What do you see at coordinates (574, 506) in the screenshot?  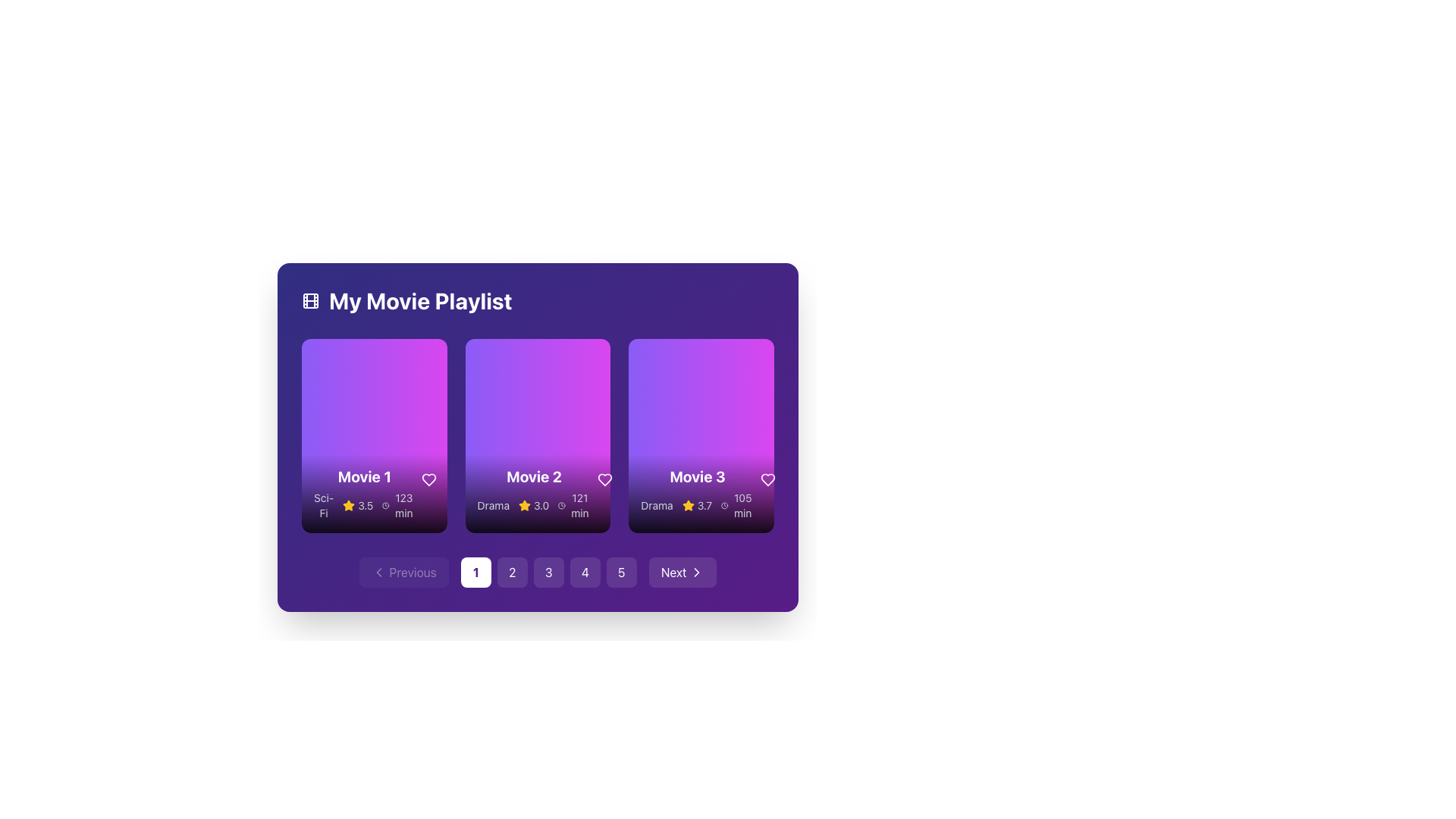 I see `the static informational text displaying the runtime of 'Movie 2' located in the second column of the movie grid, below the genre 'Drama' and rating '3.0', adjacent to a star icon` at bounding box center [574, 506].